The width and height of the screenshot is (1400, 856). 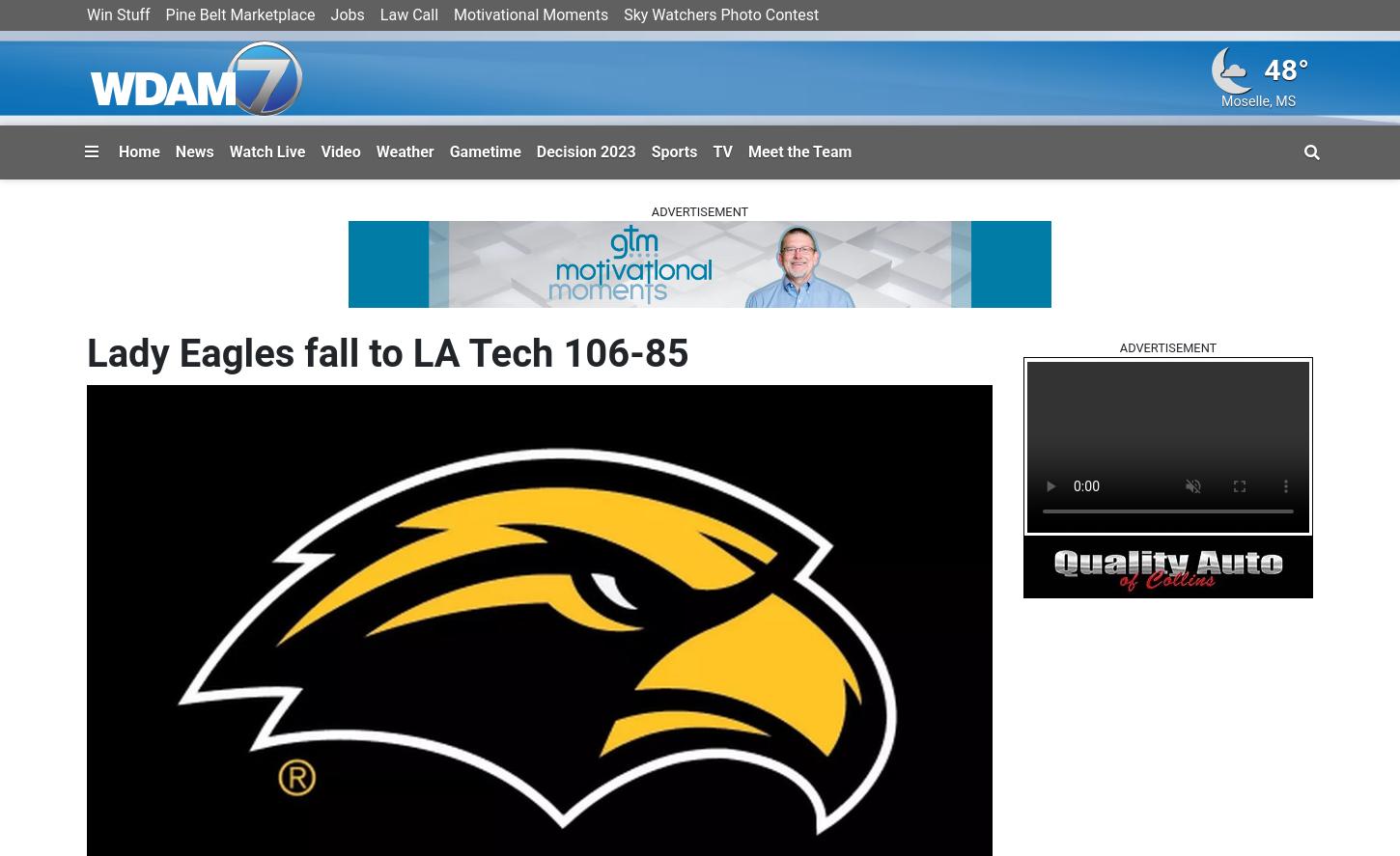 I want to click on 'TV', so click(x=722, y=150).